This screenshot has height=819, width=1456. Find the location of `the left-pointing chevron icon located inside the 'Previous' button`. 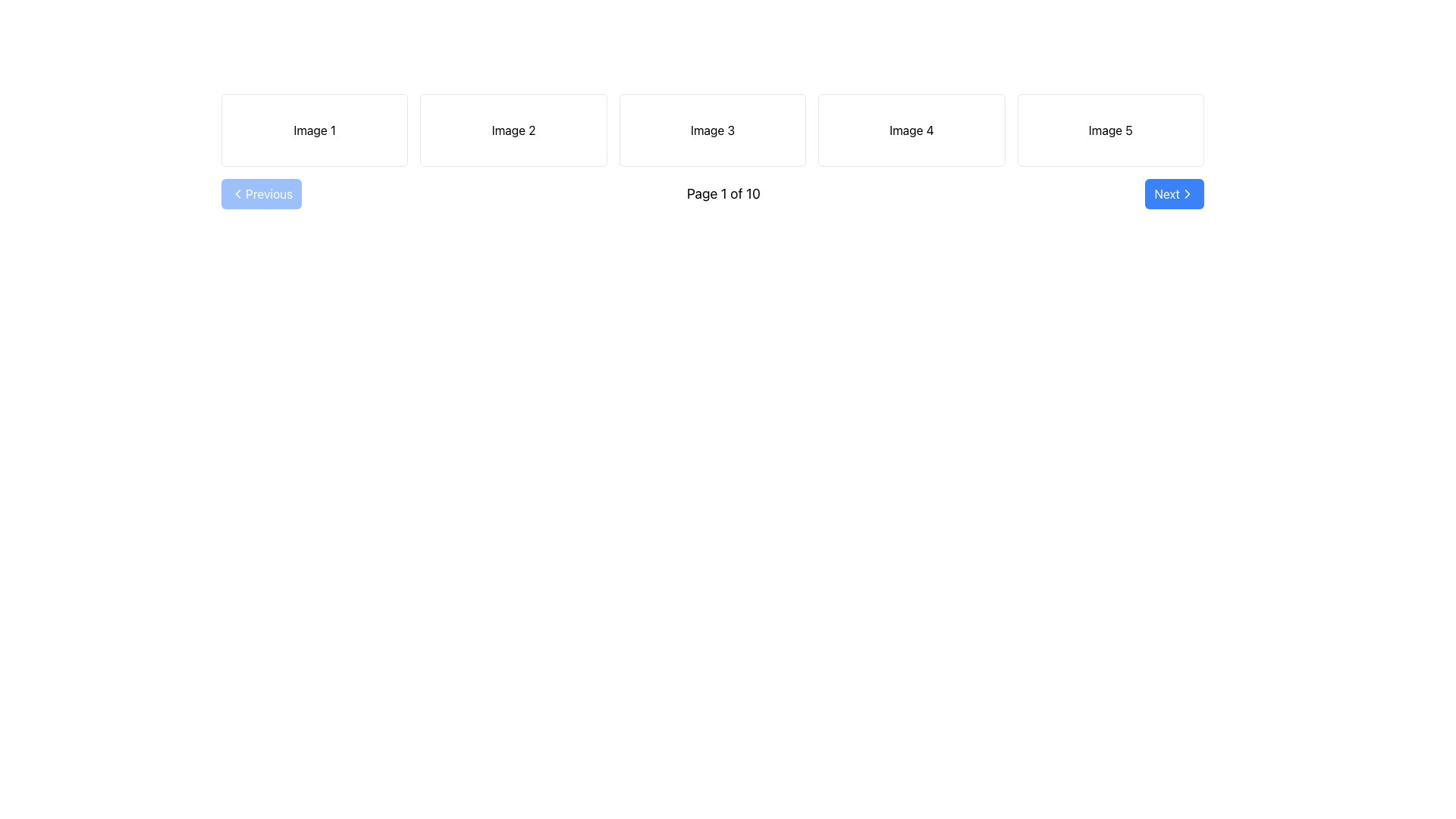

the left-pointing chevron icon located inside the 'Previous' button is located at coordinates (237, 193).